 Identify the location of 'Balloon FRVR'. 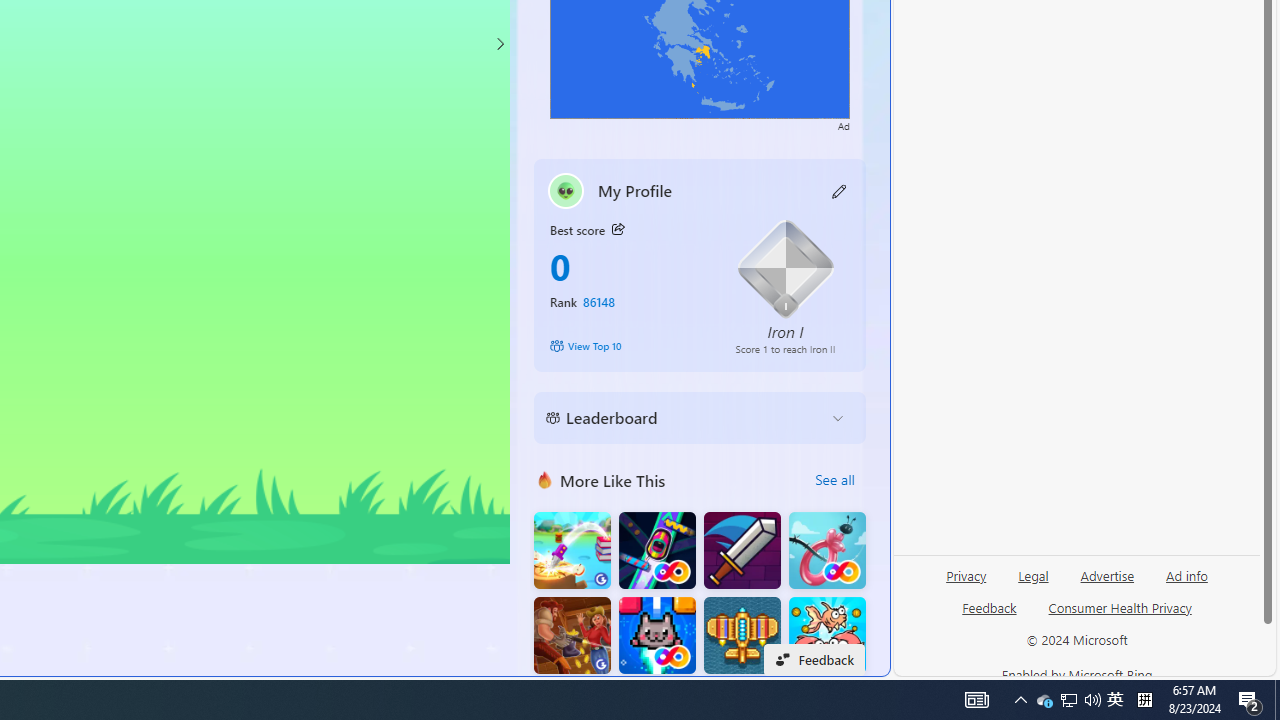
(827, 550).